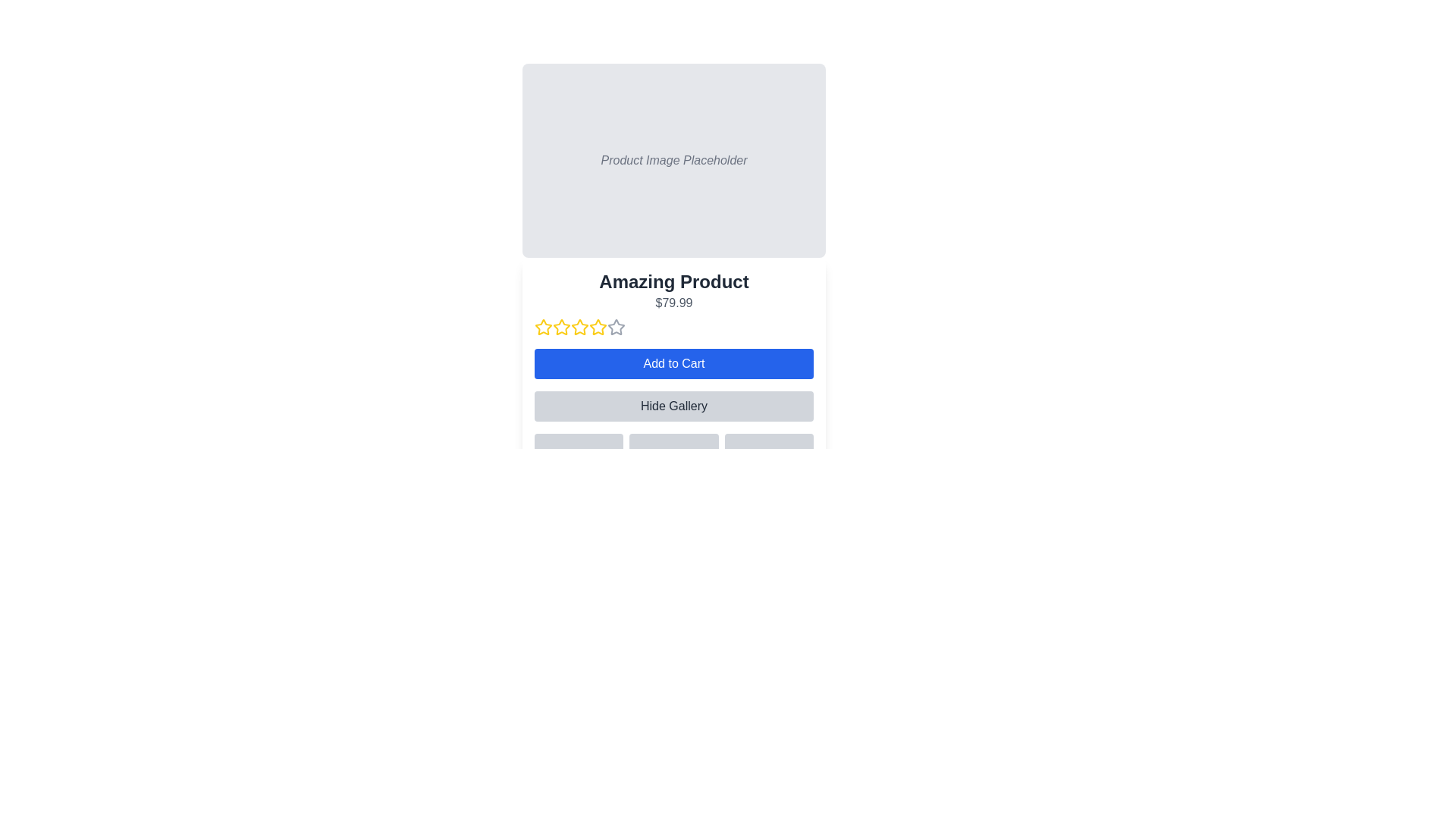 The height and width of the screenshot is (819, 1456). I want to click on the yellow star icon, which is the first in a series of five stars, located below the product details text 'Amazing Product $79.99', so click(543, 327).